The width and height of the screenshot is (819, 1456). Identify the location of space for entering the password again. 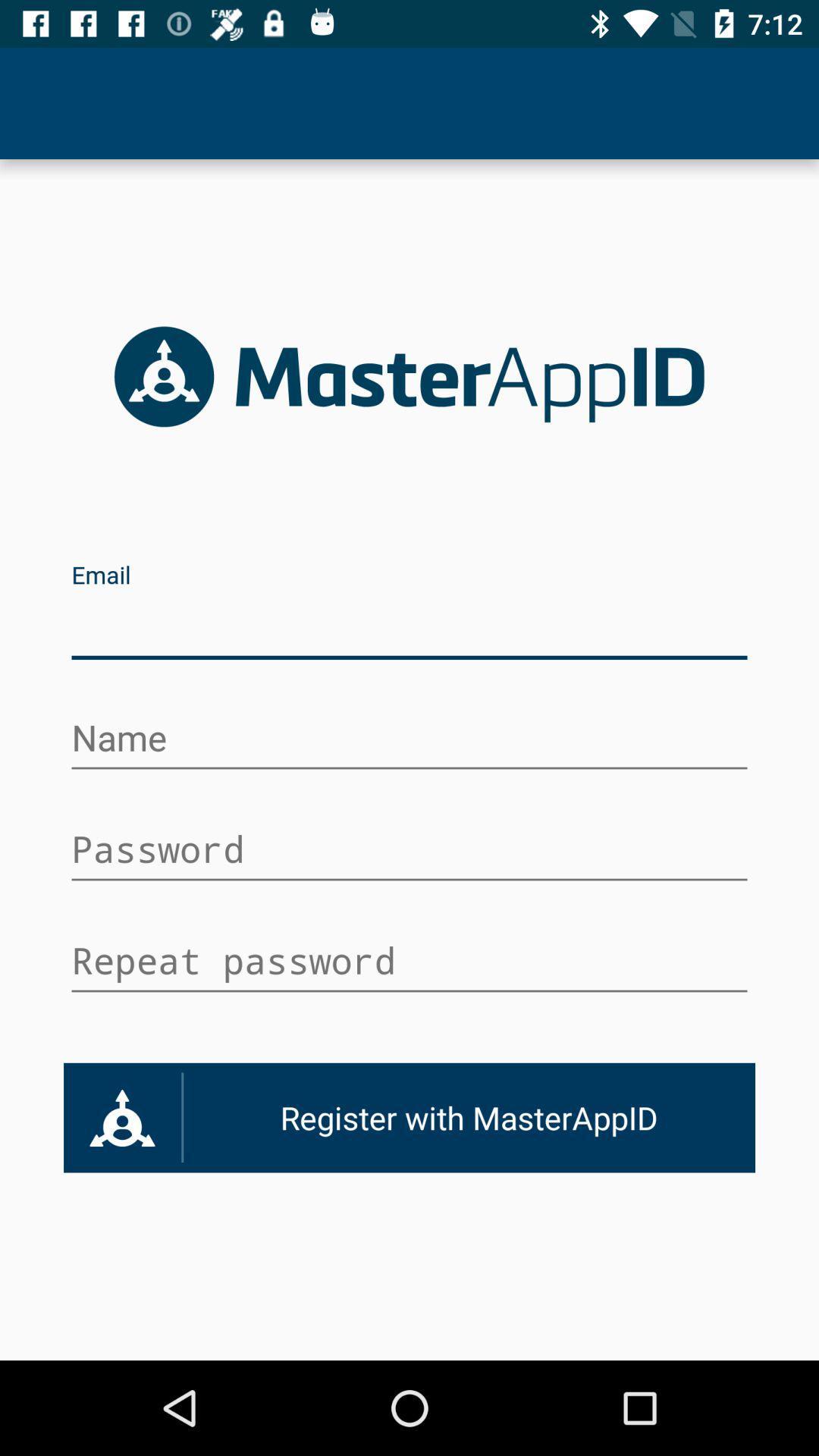
(409, 962).